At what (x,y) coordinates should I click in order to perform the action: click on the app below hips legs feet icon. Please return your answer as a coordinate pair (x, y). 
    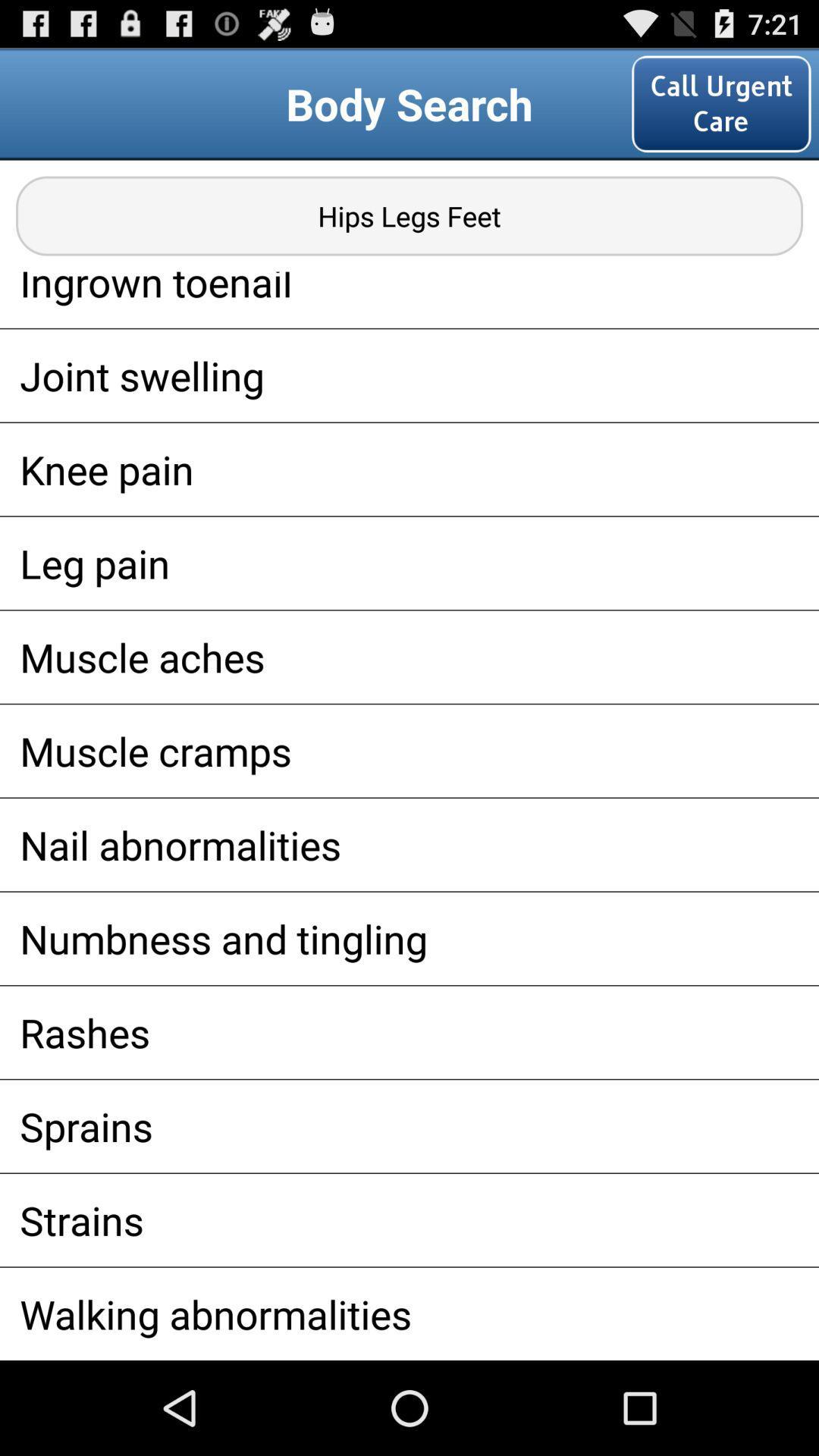
    Looking at the image, I should click on (409, 300).